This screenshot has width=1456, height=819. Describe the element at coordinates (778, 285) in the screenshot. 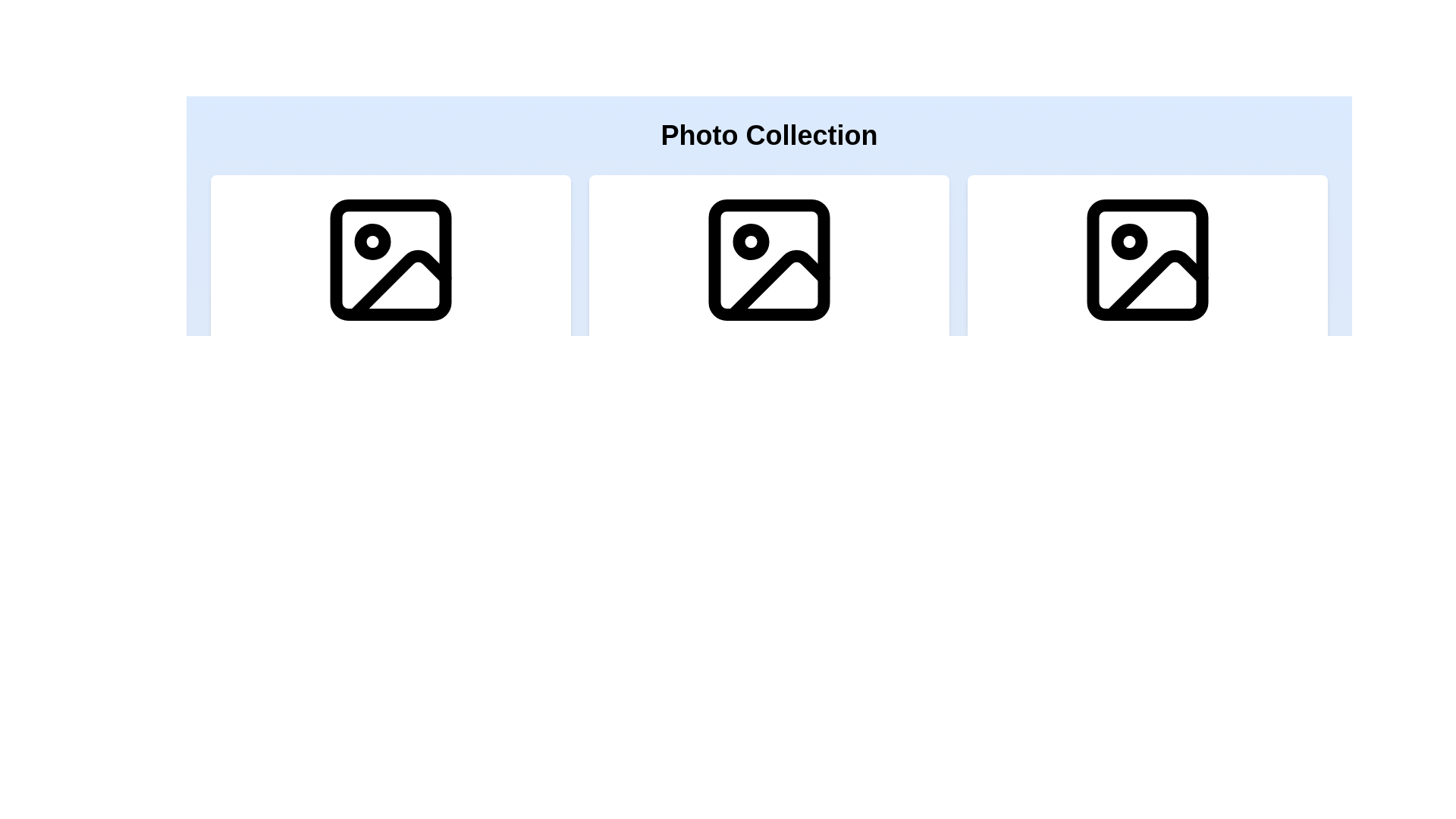

I see `the decorative vector graphic element located at the bottom-right part of the icon's inner design` at that location.